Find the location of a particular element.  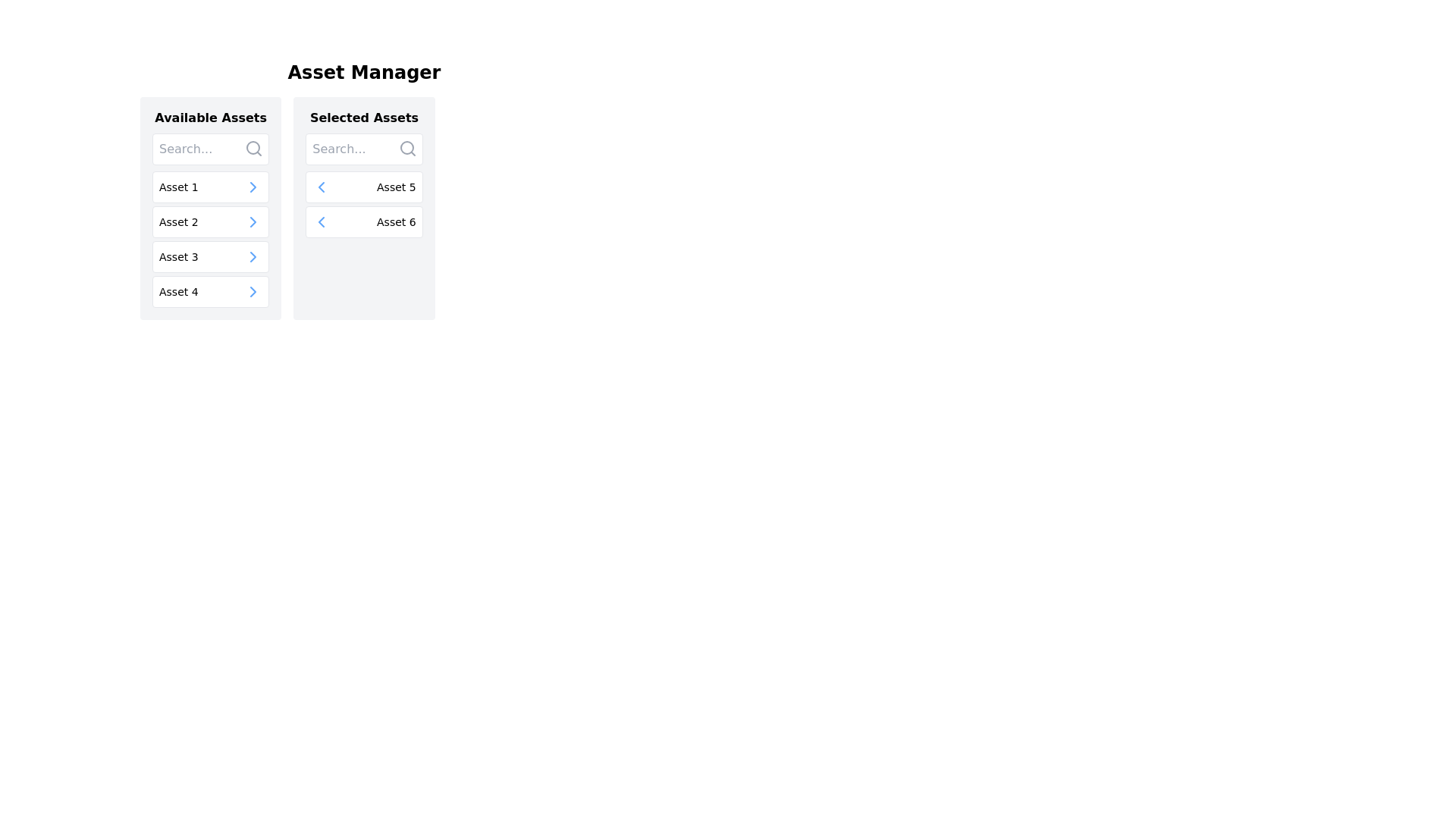

the selectable list item labeled 'Asset 2' is located at coordinates (210, 222).